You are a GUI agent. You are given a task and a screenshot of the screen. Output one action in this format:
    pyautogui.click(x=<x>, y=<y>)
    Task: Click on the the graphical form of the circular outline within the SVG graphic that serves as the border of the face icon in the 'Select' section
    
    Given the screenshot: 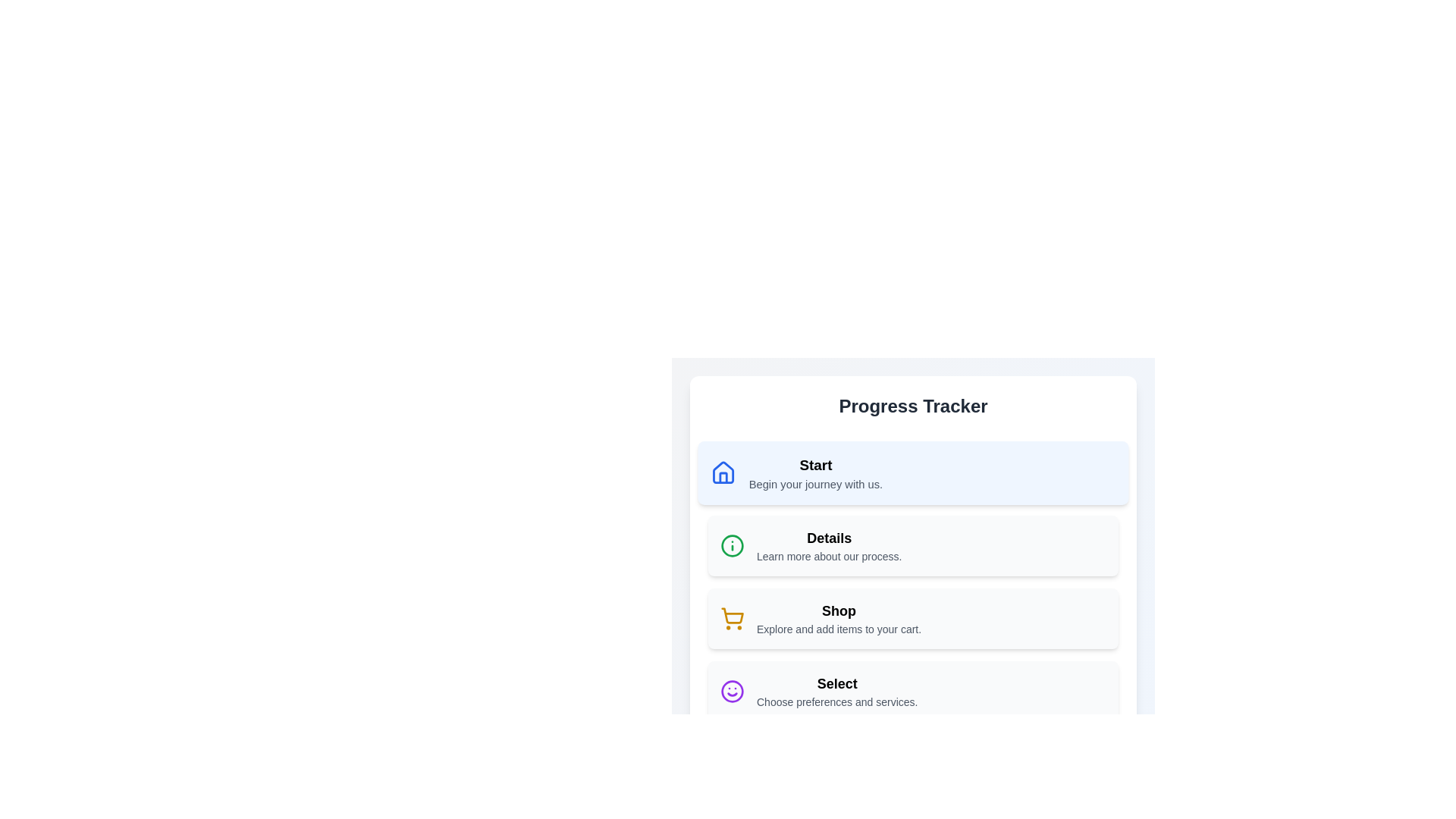 What is the action you would take?
    pyautogui.click(x=732, y=691)
    